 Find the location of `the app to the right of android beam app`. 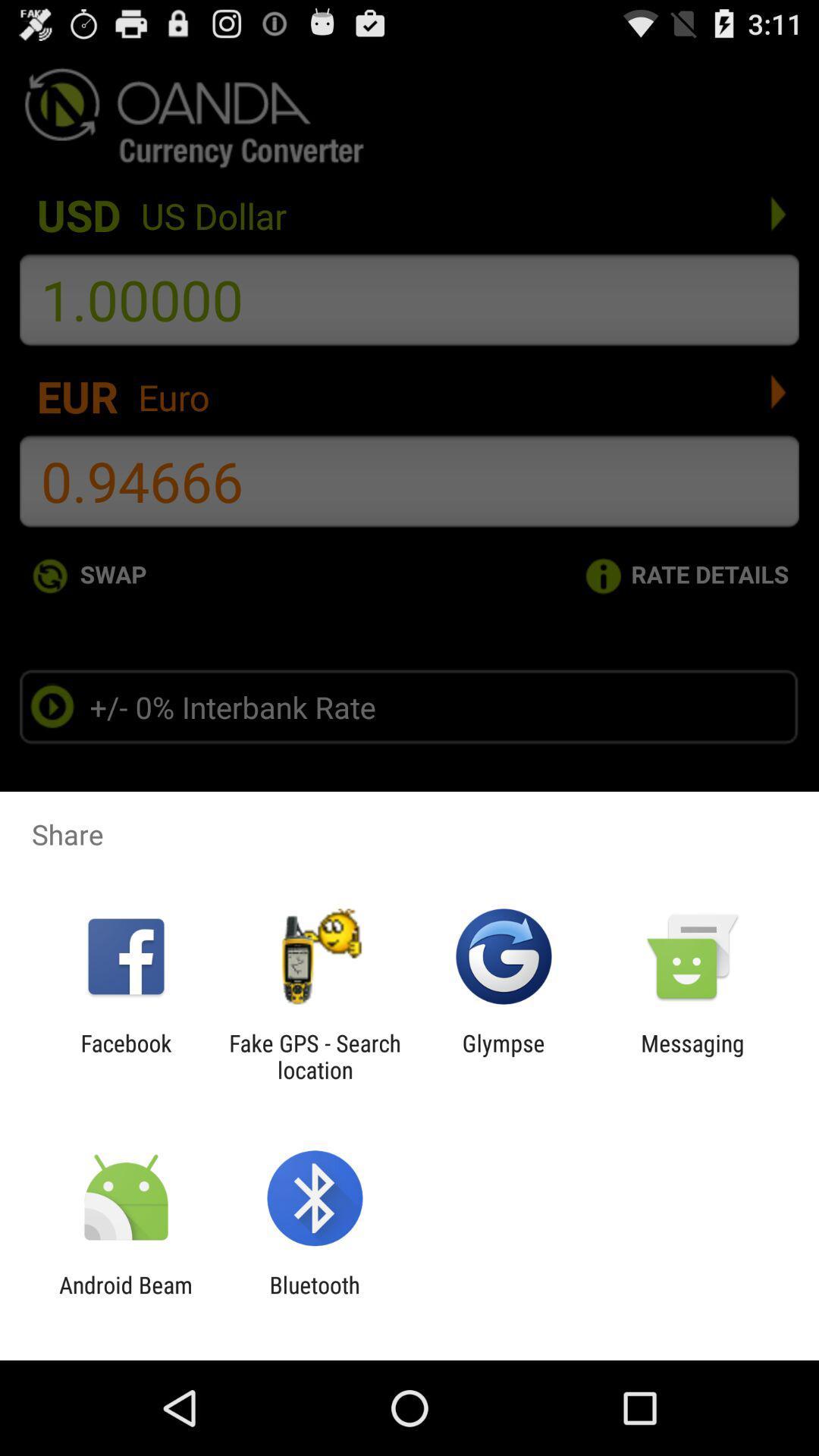

the app to the right of android beam app is located at coordinates (314, 1298).